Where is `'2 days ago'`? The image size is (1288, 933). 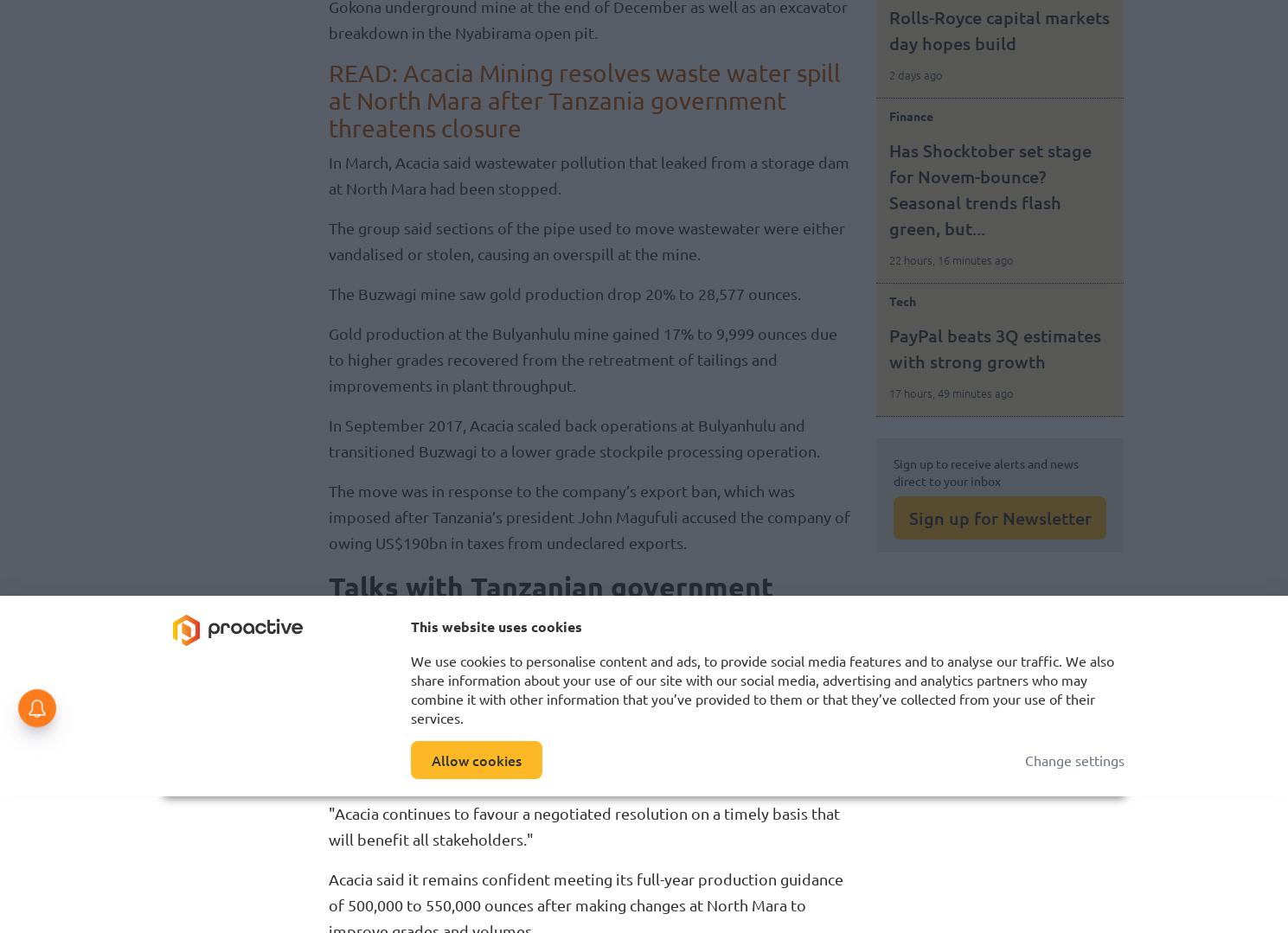 '2 days ago' is located at coordinates (914, 74).